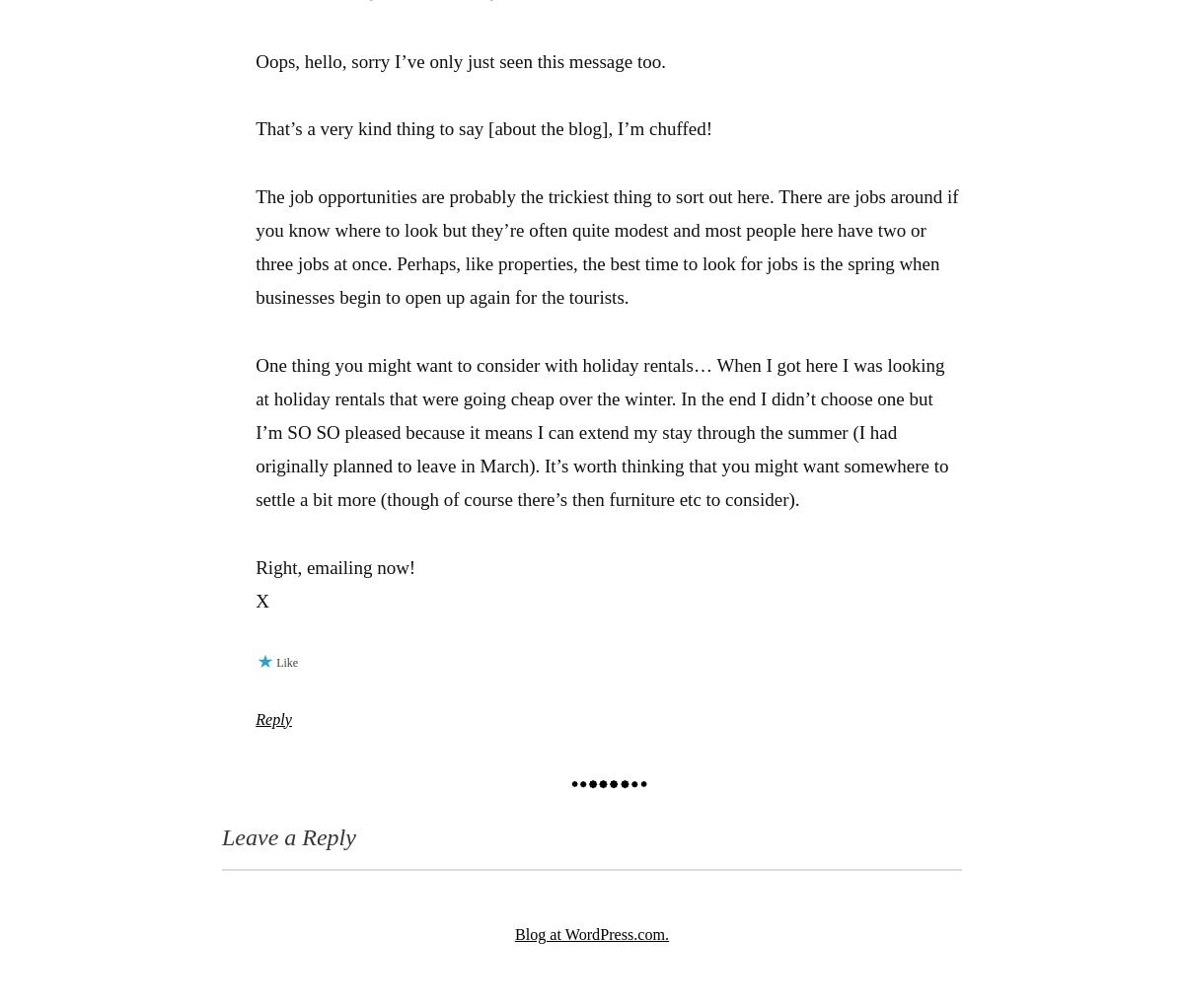  What do you see at coordinates (254, 245) in the screenshot?
I see `'The job opportunities are probably the trickiest thing to sort out here. There are jobs around if you know where to look but they’re often quite modest and most people here have two or three jobs at once. Perhaps, like properties, the best time to look for jobs is the spring when businesses begin to open up again for the tourists.'` at bounding box center [254, 245].